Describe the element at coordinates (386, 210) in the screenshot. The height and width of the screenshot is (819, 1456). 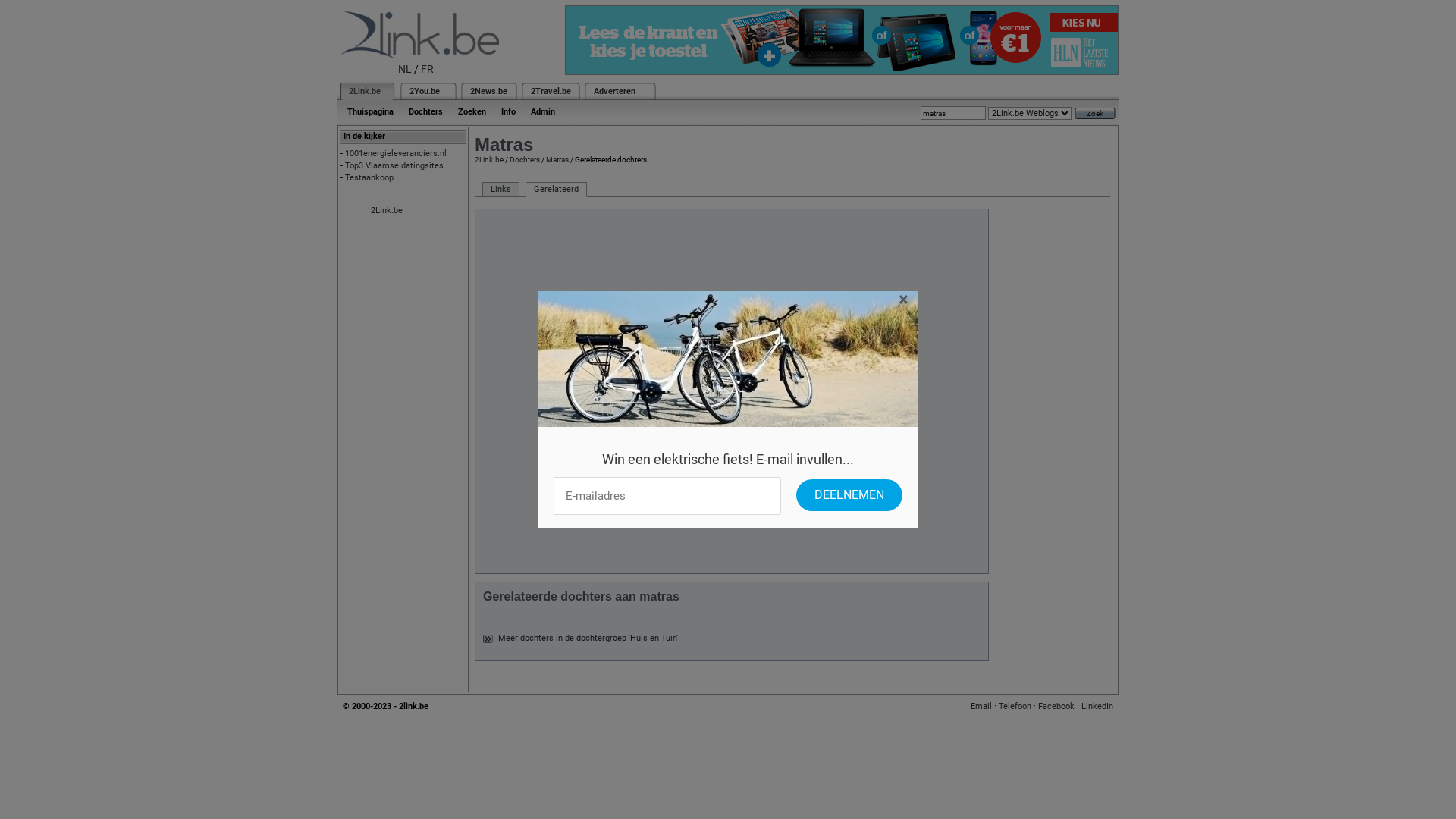
I see `'2Link.be'` at that location.